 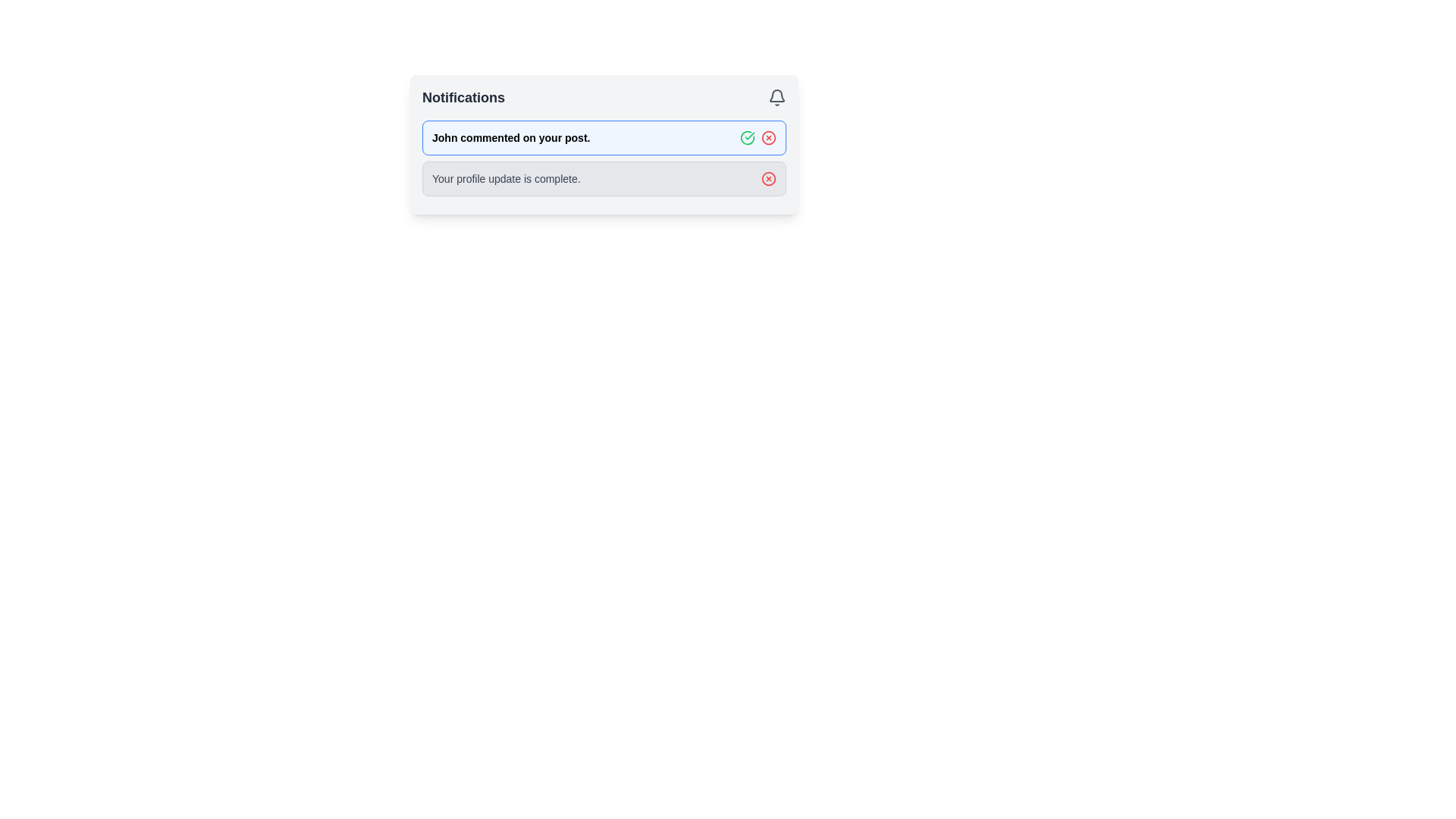 What do you see at coordinates (768, 177) in the screenshot?
I see `the small red circular icon with a white 'X'` at bounding box center [768, 177].